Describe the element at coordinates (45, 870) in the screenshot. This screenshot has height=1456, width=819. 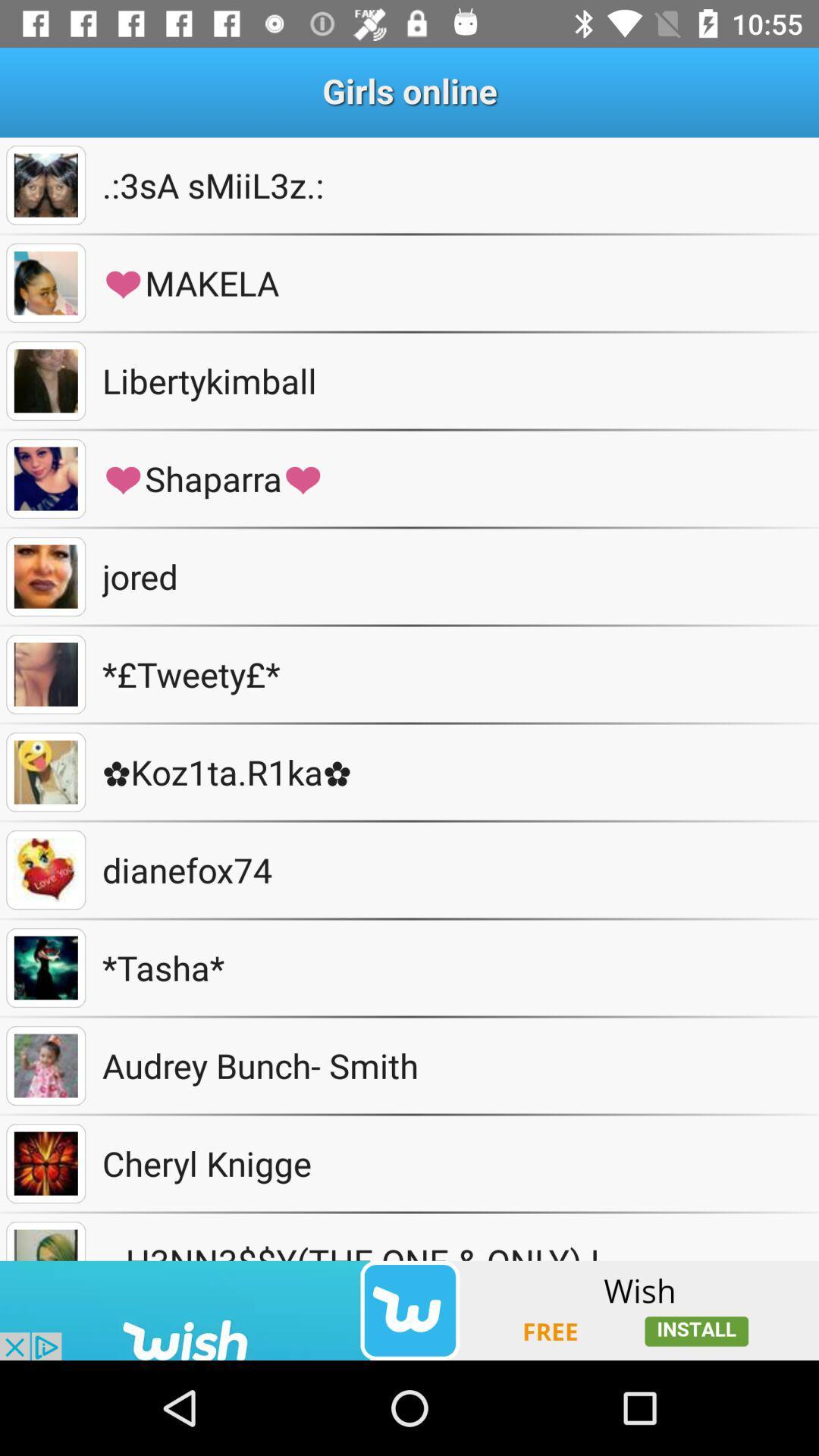
I see `see the profile` at that location.